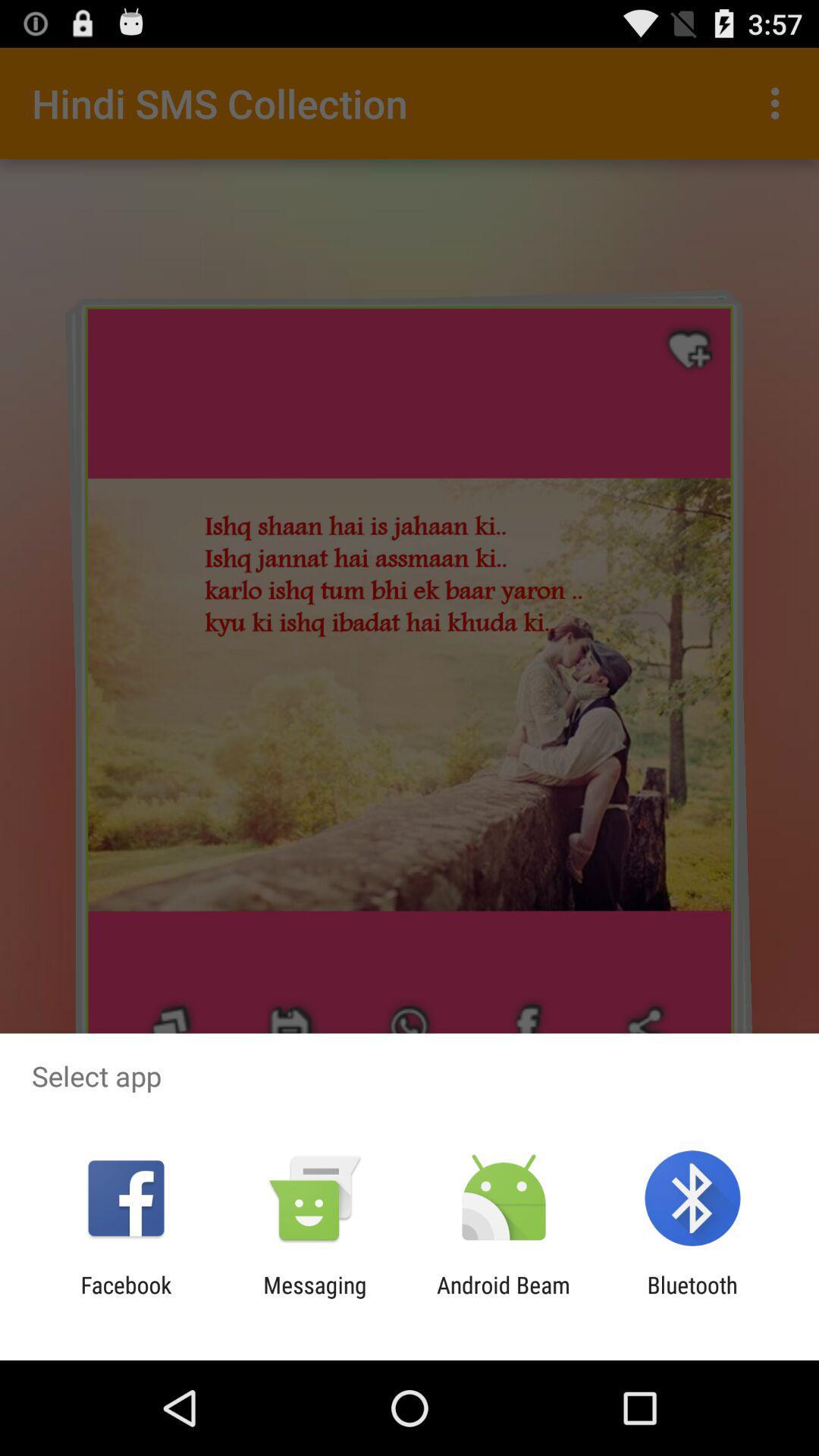 The height and width of the screenshot is (1456, 819). I want to click on the app to the right of the android beam icon, so click(692, 1298).